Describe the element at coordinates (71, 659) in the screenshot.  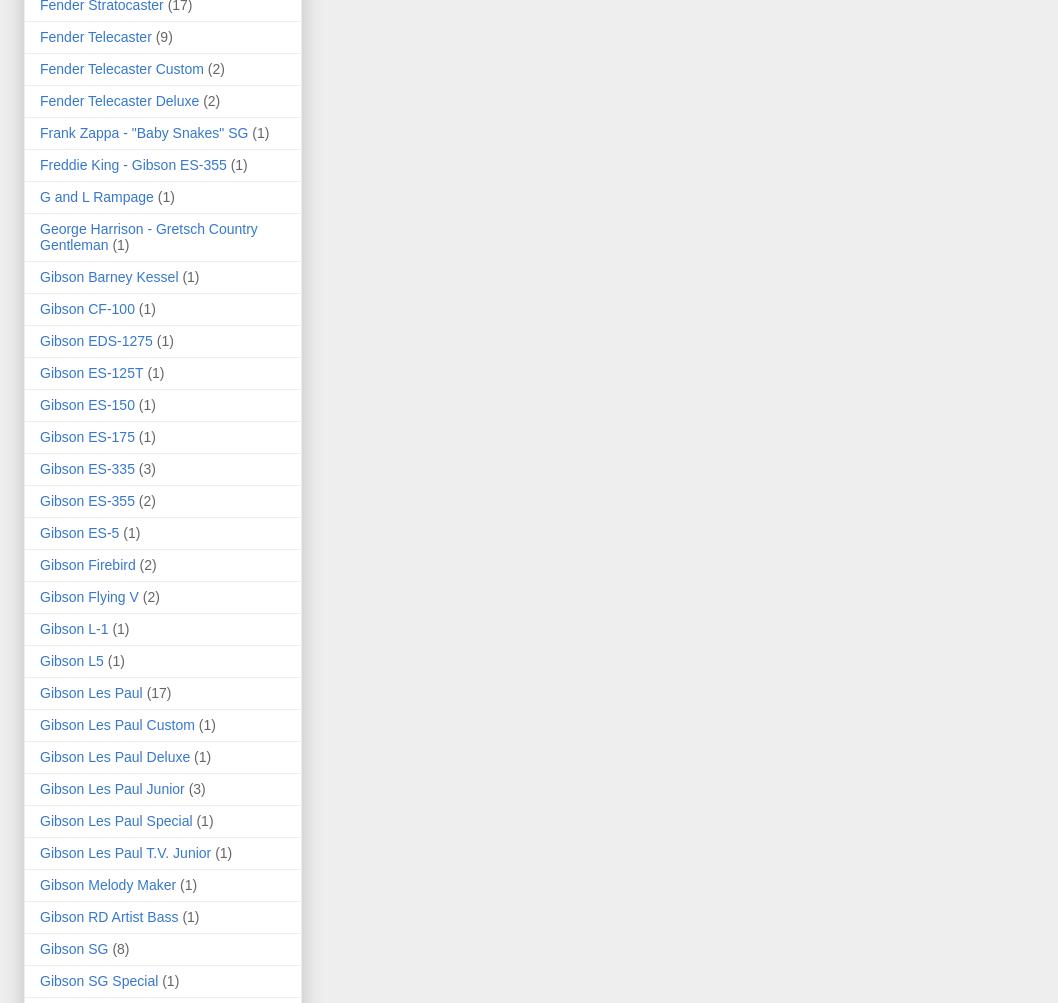
I see `'Gibson L5'` at that location.